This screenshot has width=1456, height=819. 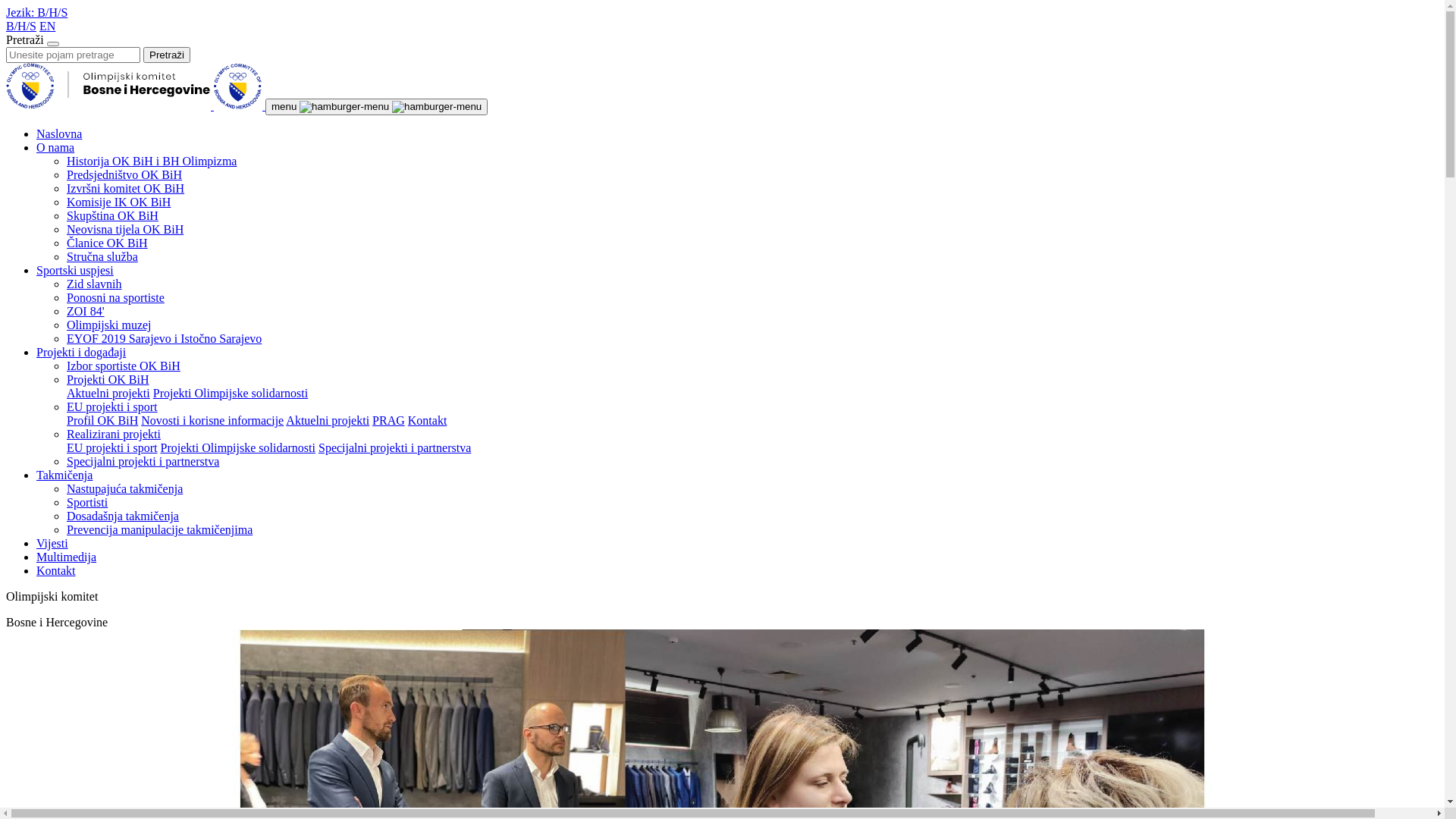 I want to click on 'Kontakt', so click(x=55, y=570).